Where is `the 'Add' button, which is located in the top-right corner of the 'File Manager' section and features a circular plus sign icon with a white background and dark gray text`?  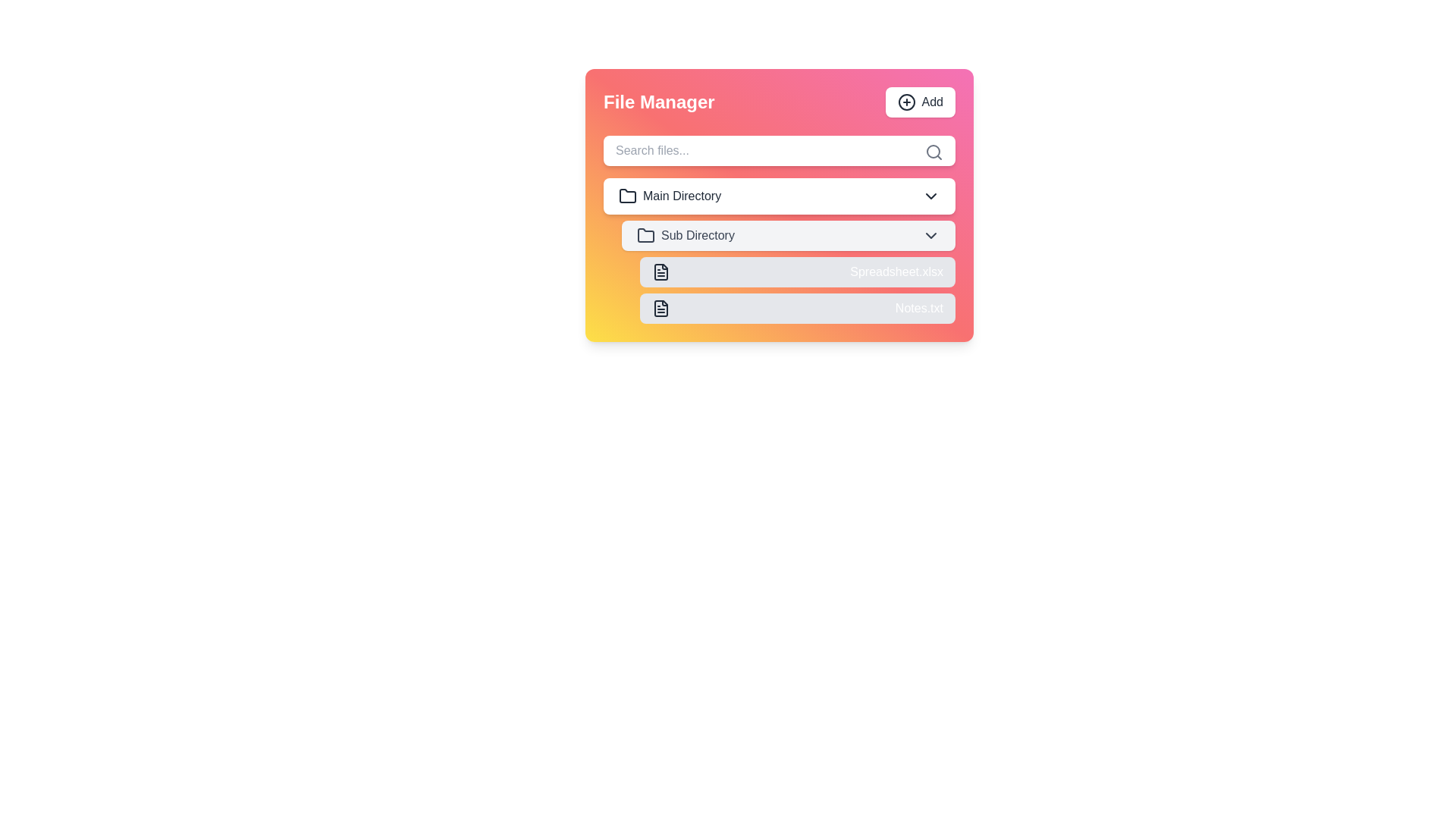 the 'Add' button, which is located in the top-right corner of the 'File Manager' section and features a circular plus sign icon with a white background and dark gray text is located at coordinates (919, 102).